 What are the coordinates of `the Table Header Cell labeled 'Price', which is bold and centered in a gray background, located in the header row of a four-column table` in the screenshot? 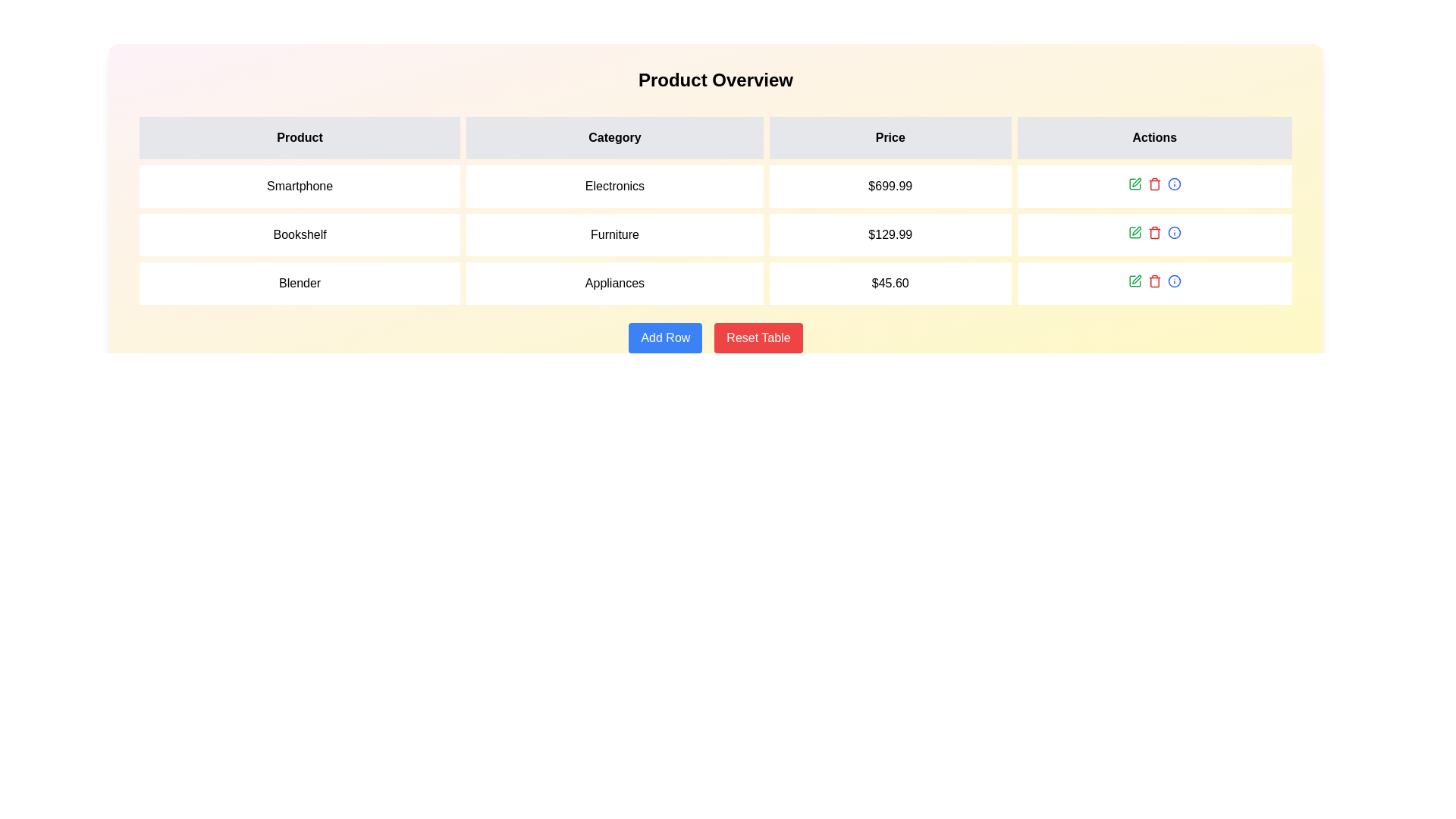 It's located at (890, 137).